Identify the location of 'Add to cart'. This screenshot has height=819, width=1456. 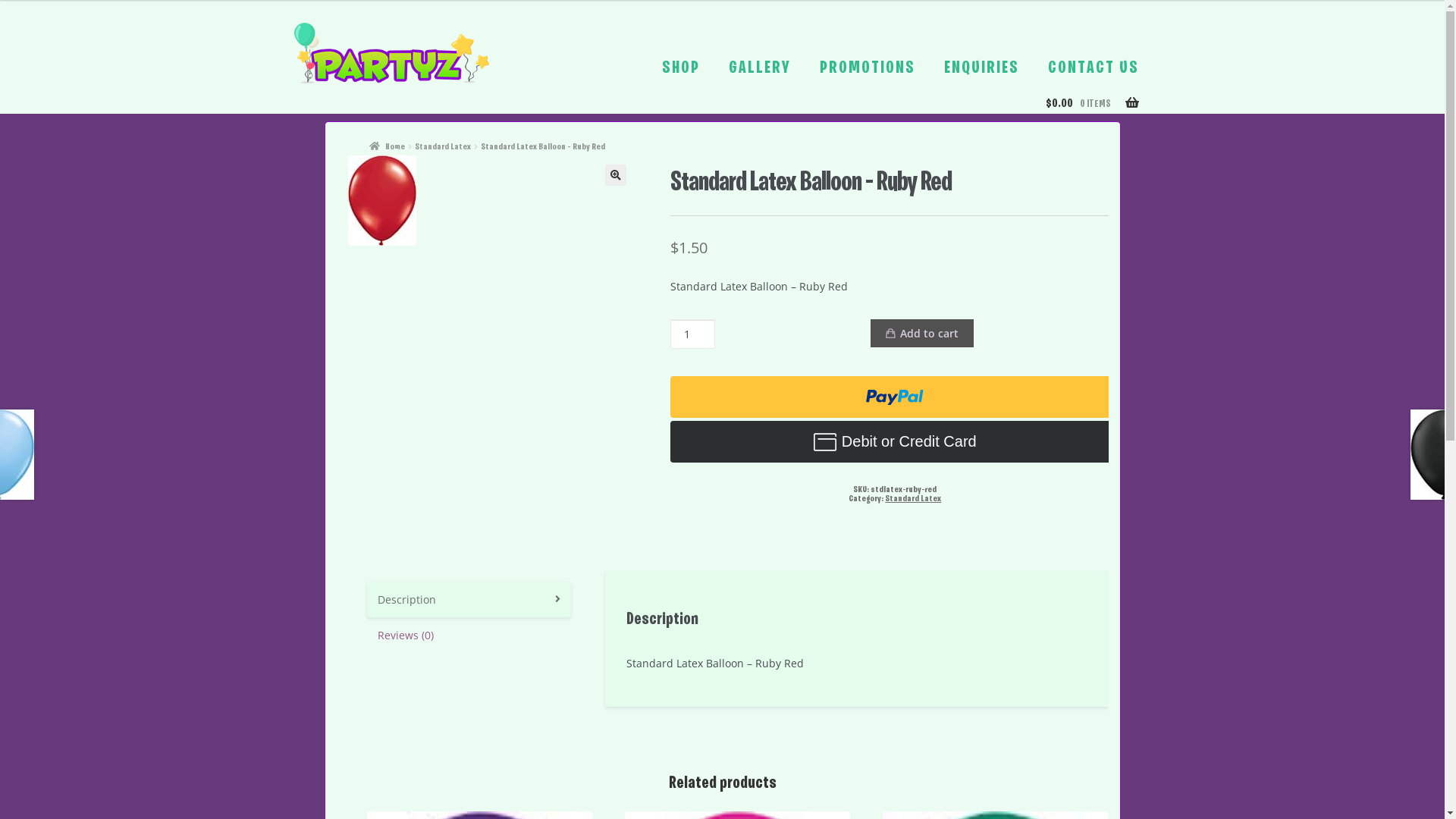
(921, 332).